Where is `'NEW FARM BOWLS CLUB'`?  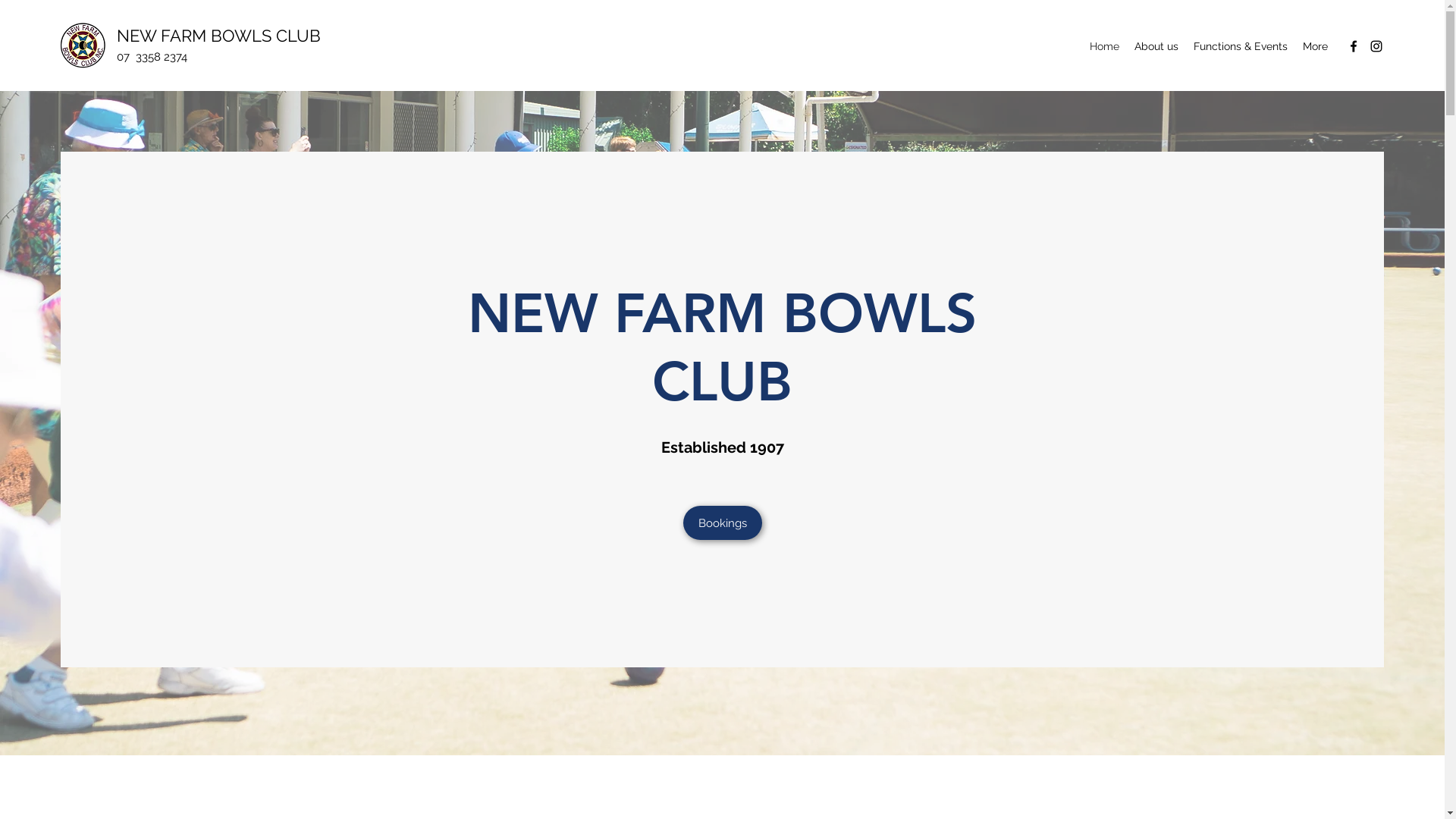 'NEW FARM BOWLS CLUB' is located at coordinates (218, 34).